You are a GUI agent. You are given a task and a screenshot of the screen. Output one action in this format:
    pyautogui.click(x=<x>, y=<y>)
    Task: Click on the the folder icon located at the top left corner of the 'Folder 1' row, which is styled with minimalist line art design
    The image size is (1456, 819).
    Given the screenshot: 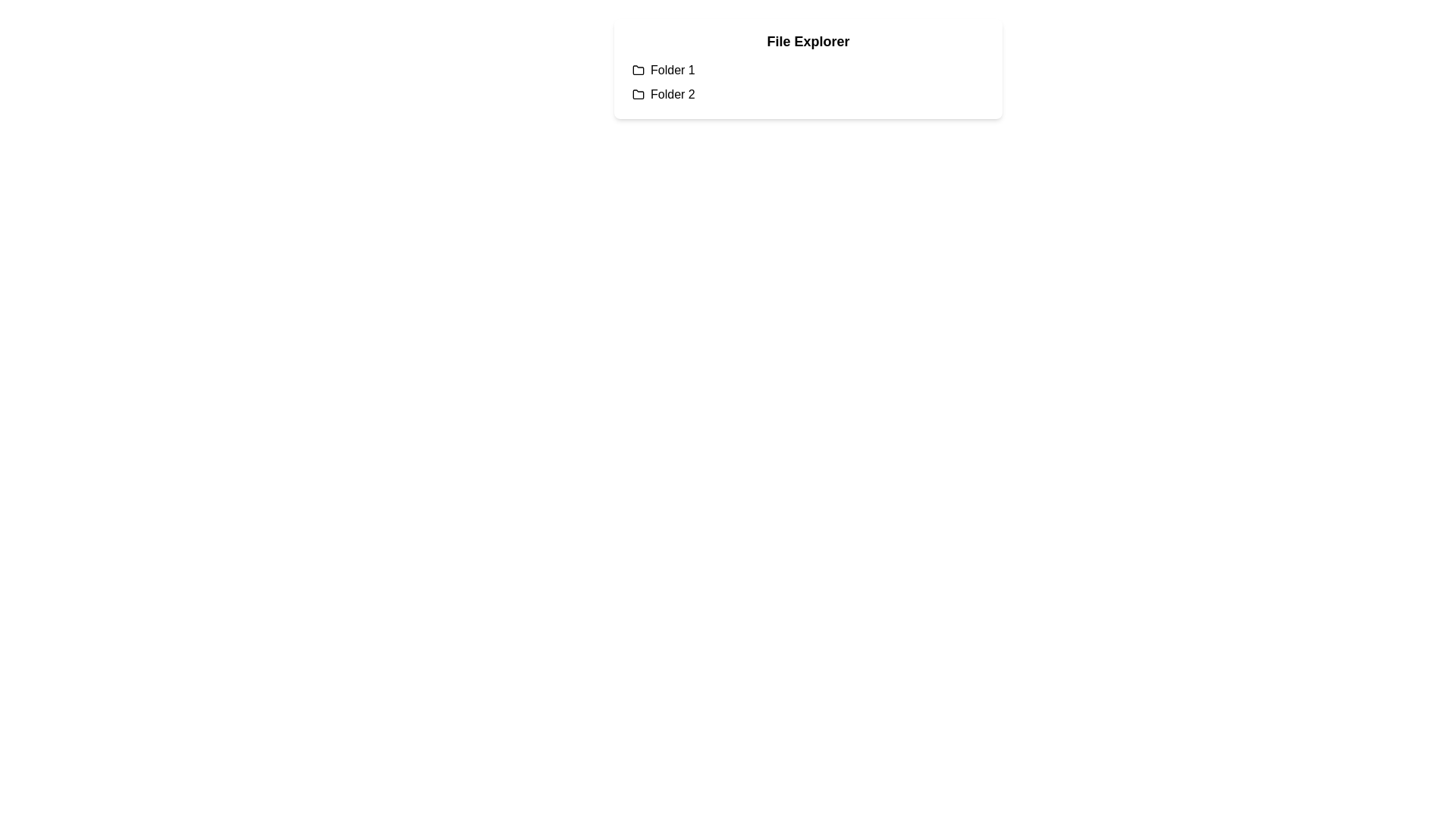 What is the action you would take?
    pyautogui.click(x=638, y=70)
    